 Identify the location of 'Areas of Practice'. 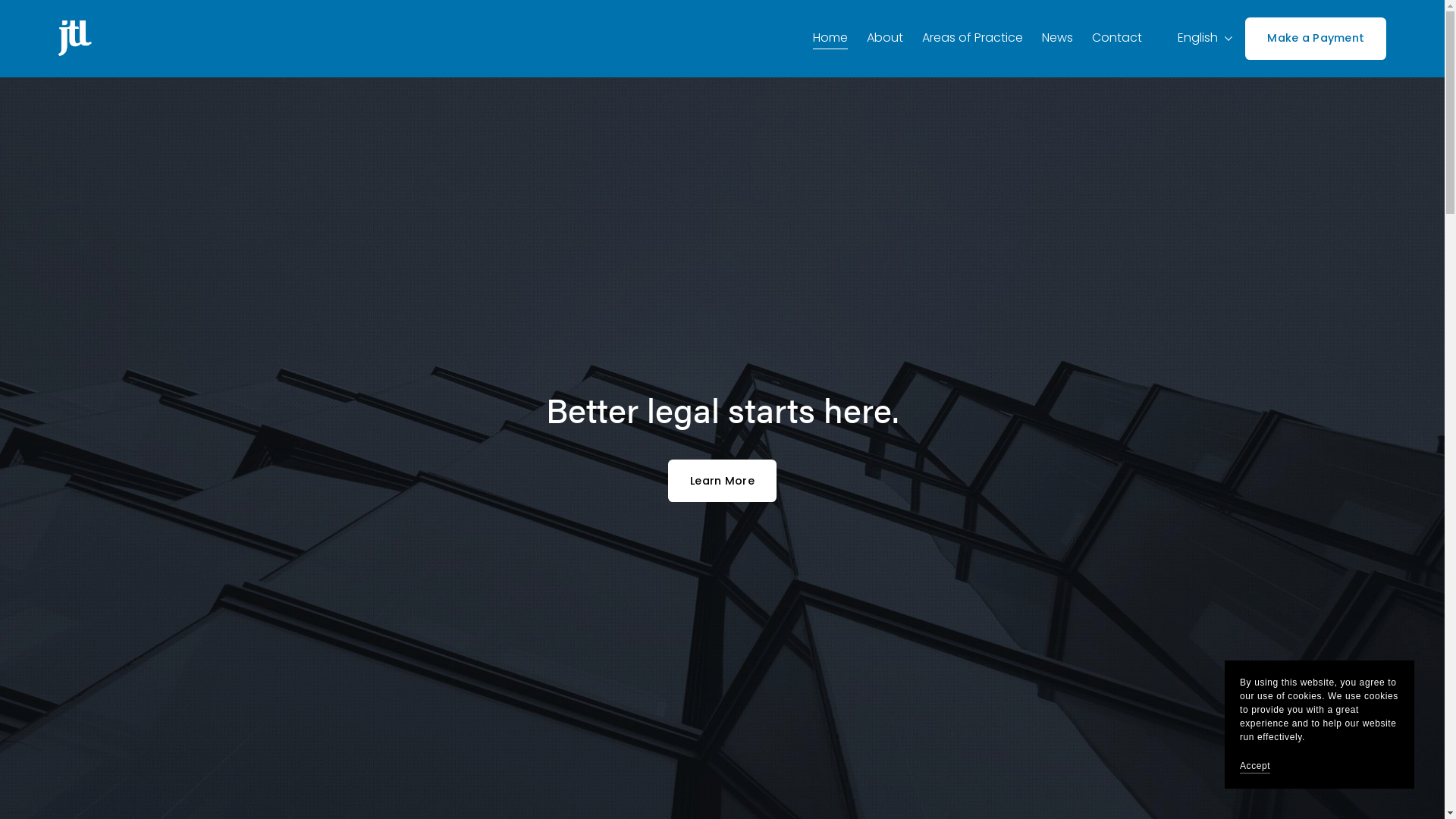
(972, 37).